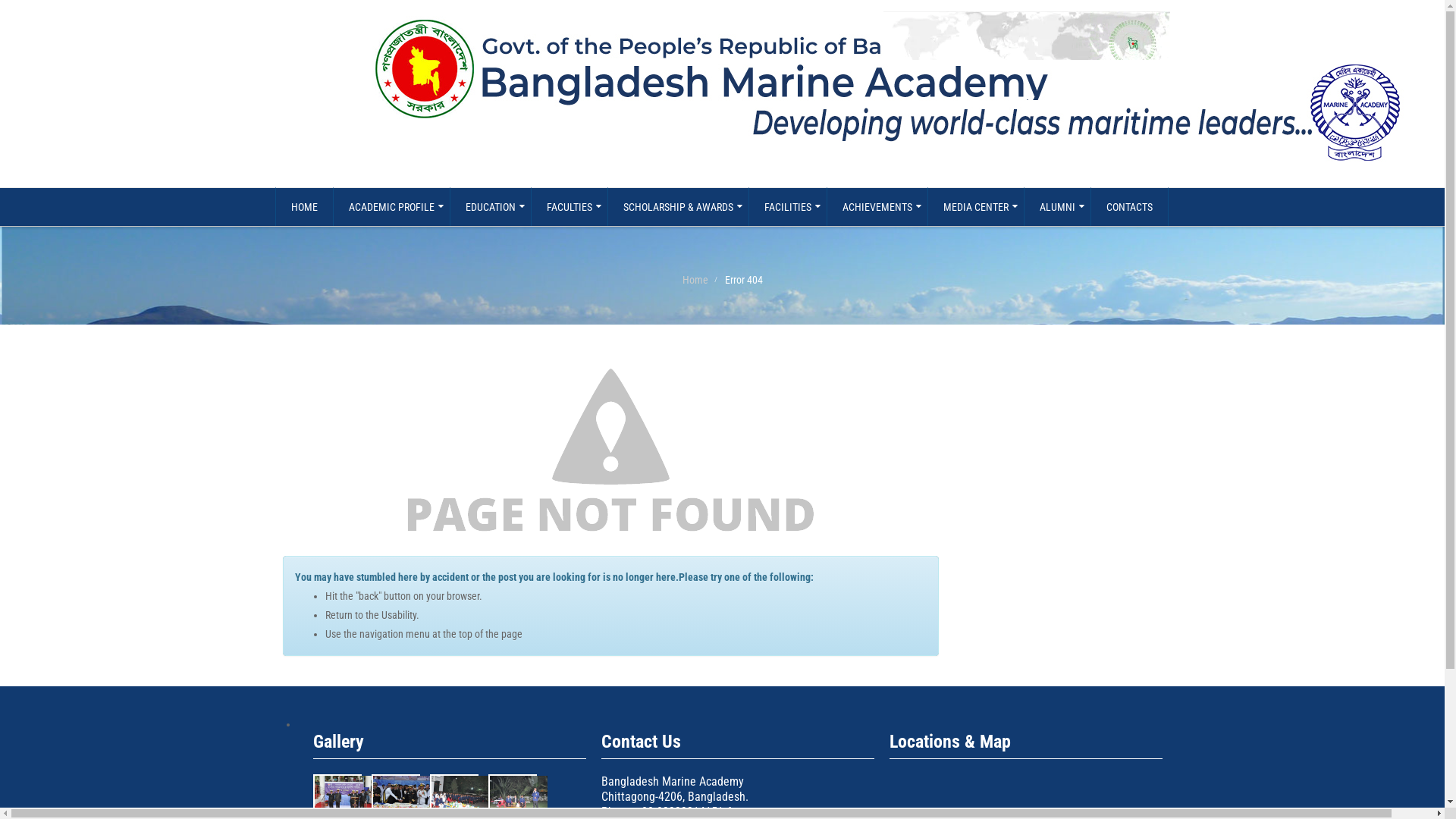  Describe the element at coordinates (1056, 207) in the screenshot. I see `'ALUMNI'` at that location.